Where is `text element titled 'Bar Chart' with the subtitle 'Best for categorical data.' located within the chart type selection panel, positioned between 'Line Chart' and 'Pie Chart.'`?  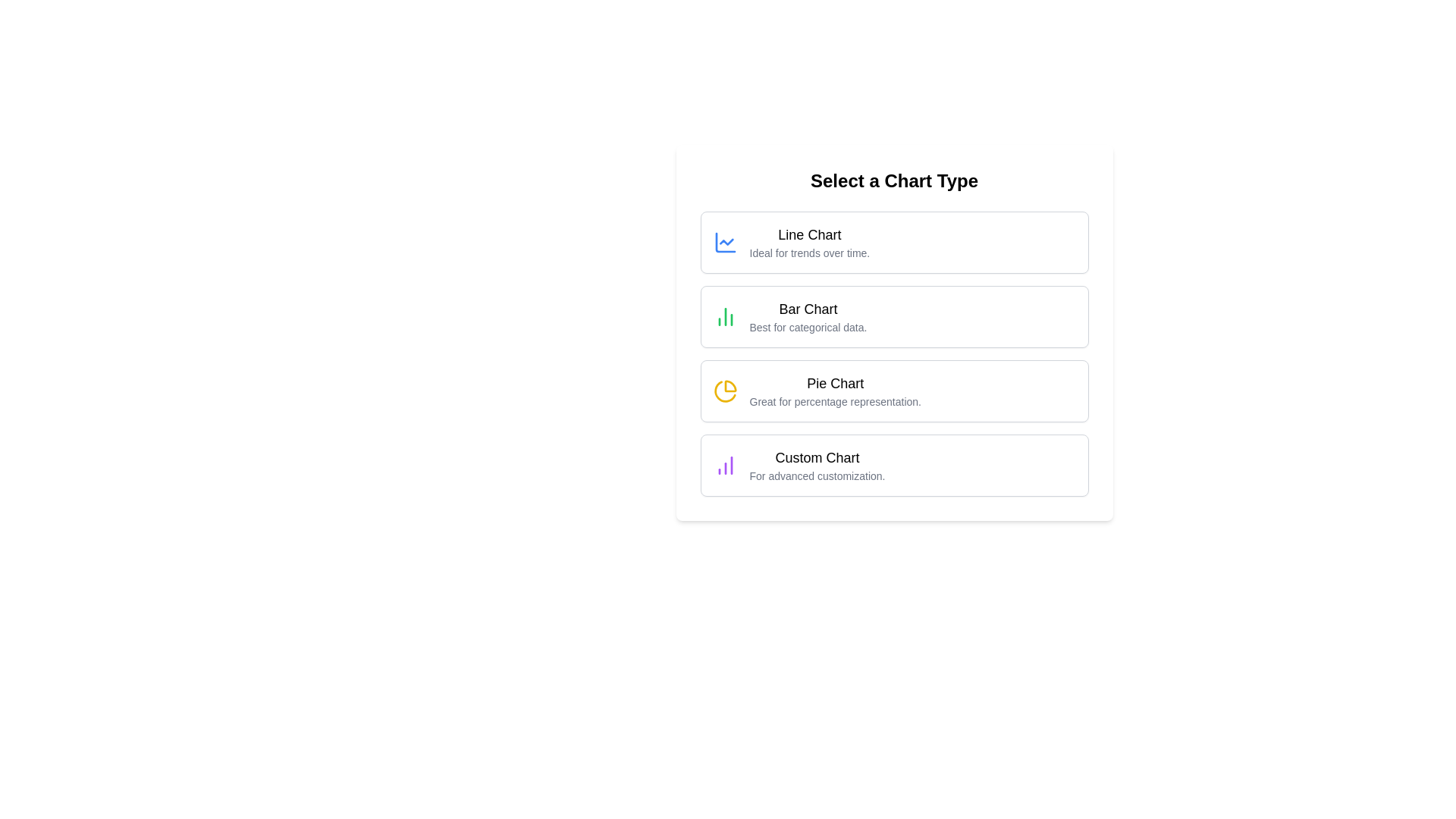 text element titled 'Bar Chart' with the subtitle 'Best for categorical data.' located within the chart type selection panel, positioned between 'Line Chart' and 'Pie Chart.' is located at coordinates (807, 315).